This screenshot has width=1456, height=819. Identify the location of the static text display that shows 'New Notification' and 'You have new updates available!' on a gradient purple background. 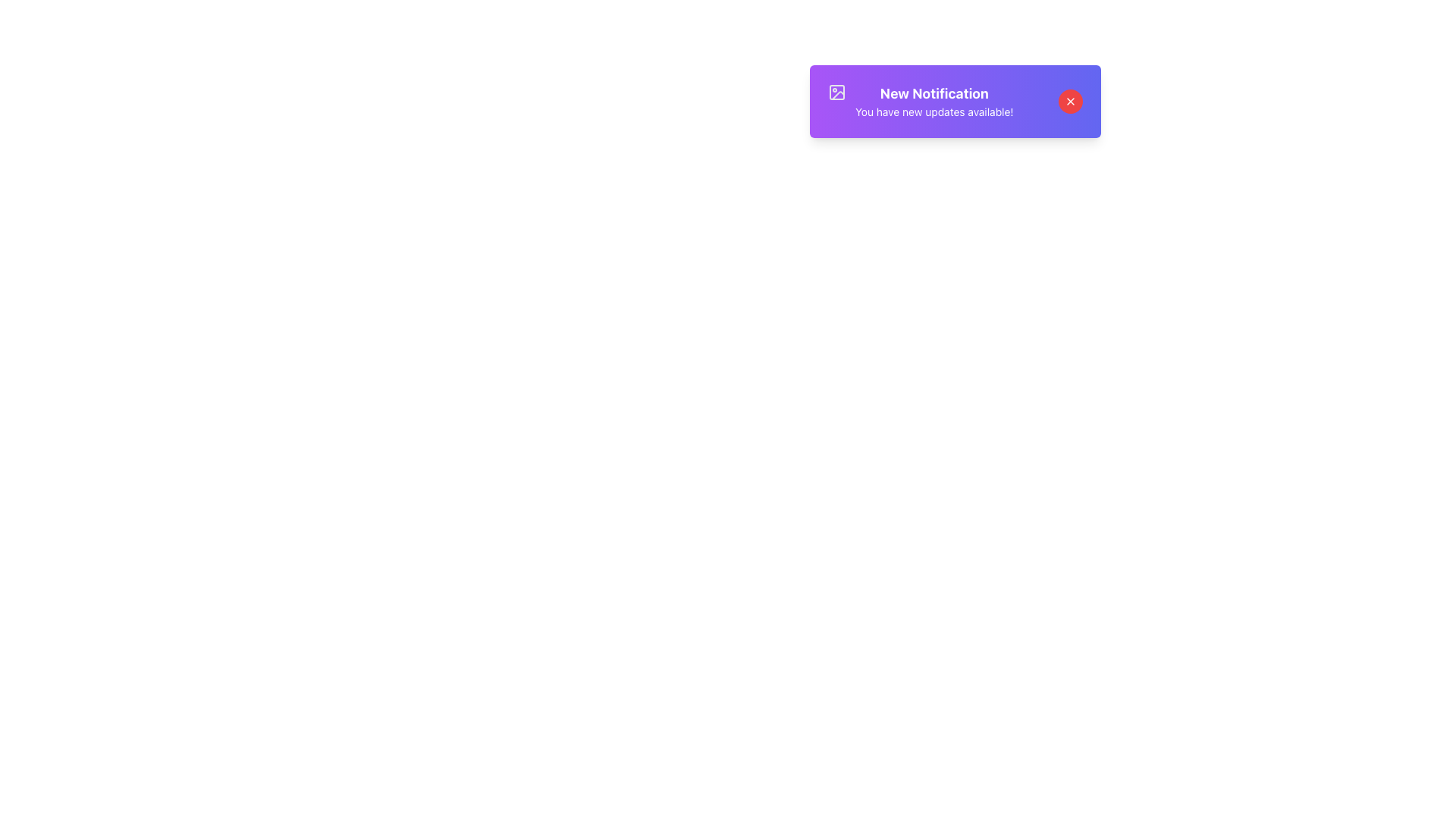
(934, 102).